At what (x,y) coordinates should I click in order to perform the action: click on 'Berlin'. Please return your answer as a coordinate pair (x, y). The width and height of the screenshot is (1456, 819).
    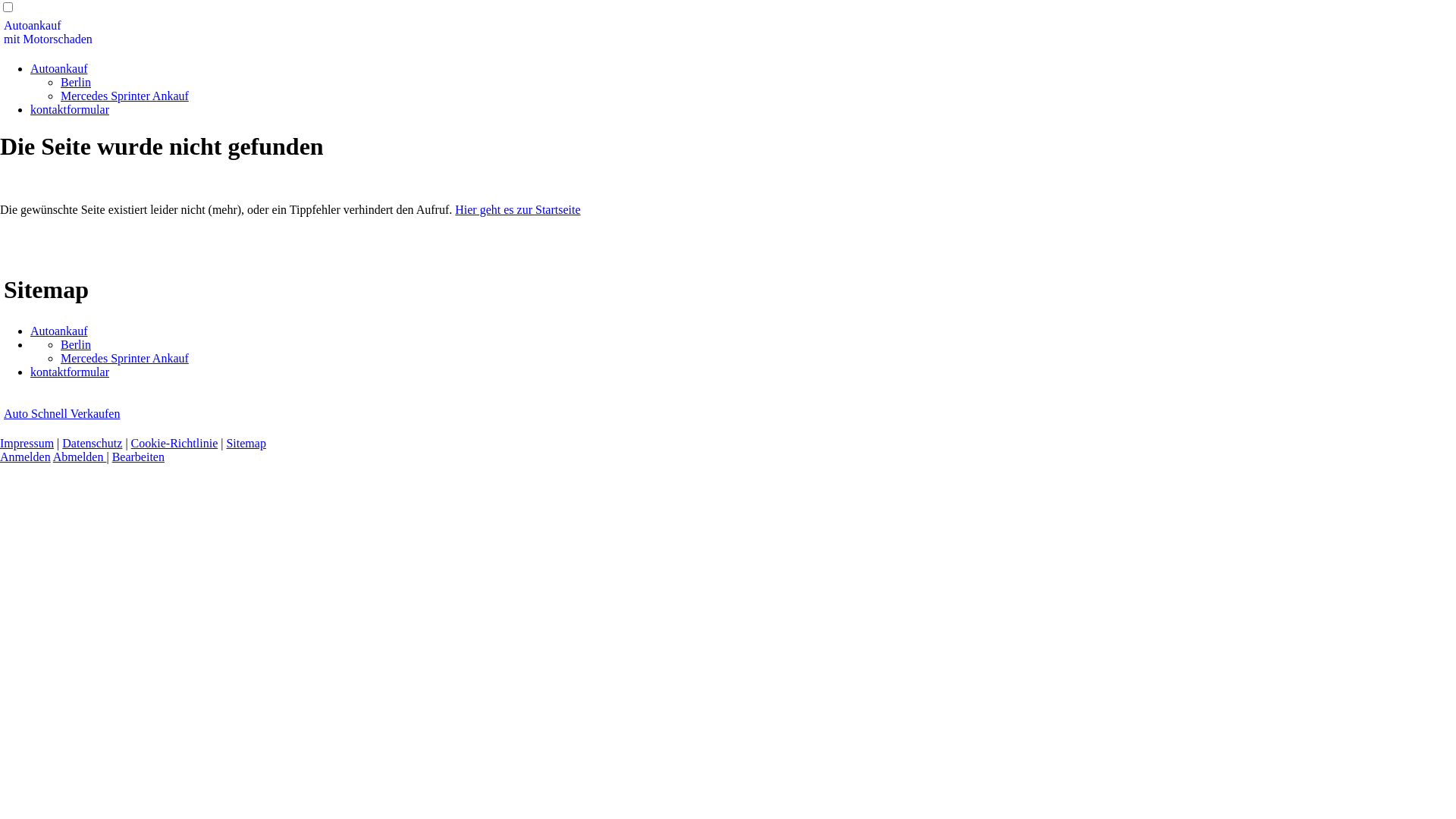
    Looking at the image, I should click on (61, 82).